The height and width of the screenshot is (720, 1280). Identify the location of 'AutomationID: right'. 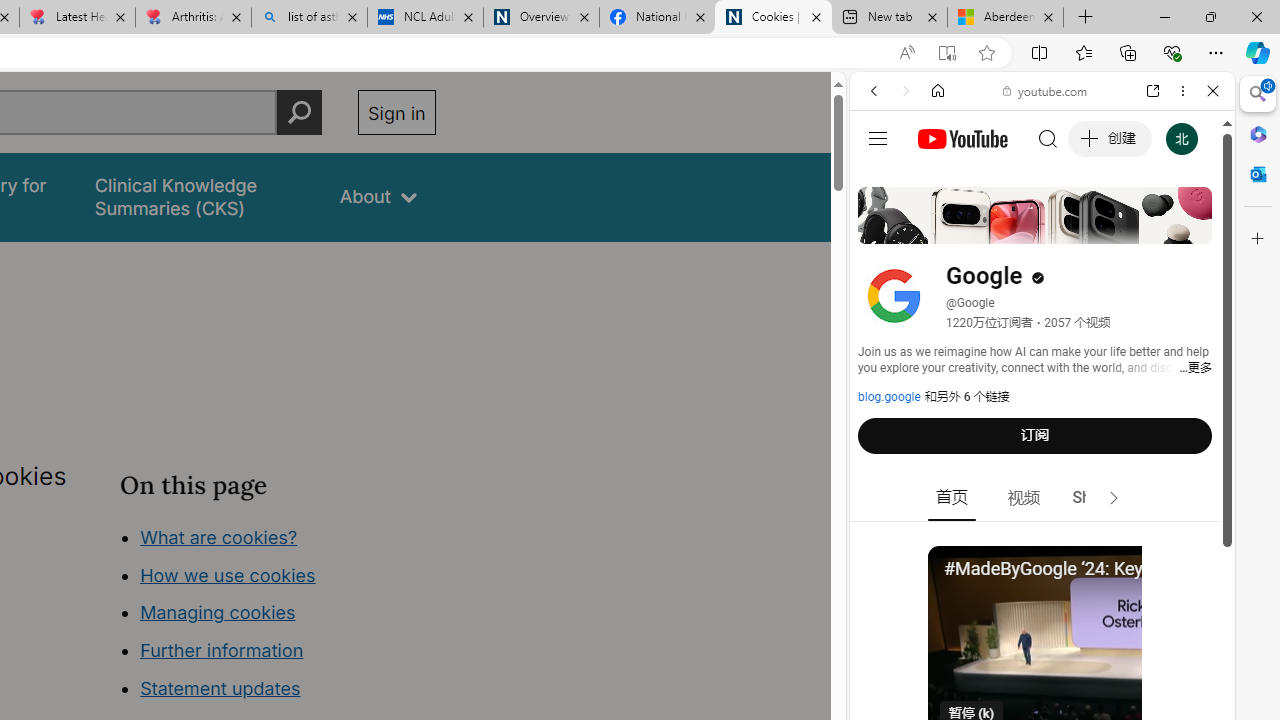
(1113, 497).